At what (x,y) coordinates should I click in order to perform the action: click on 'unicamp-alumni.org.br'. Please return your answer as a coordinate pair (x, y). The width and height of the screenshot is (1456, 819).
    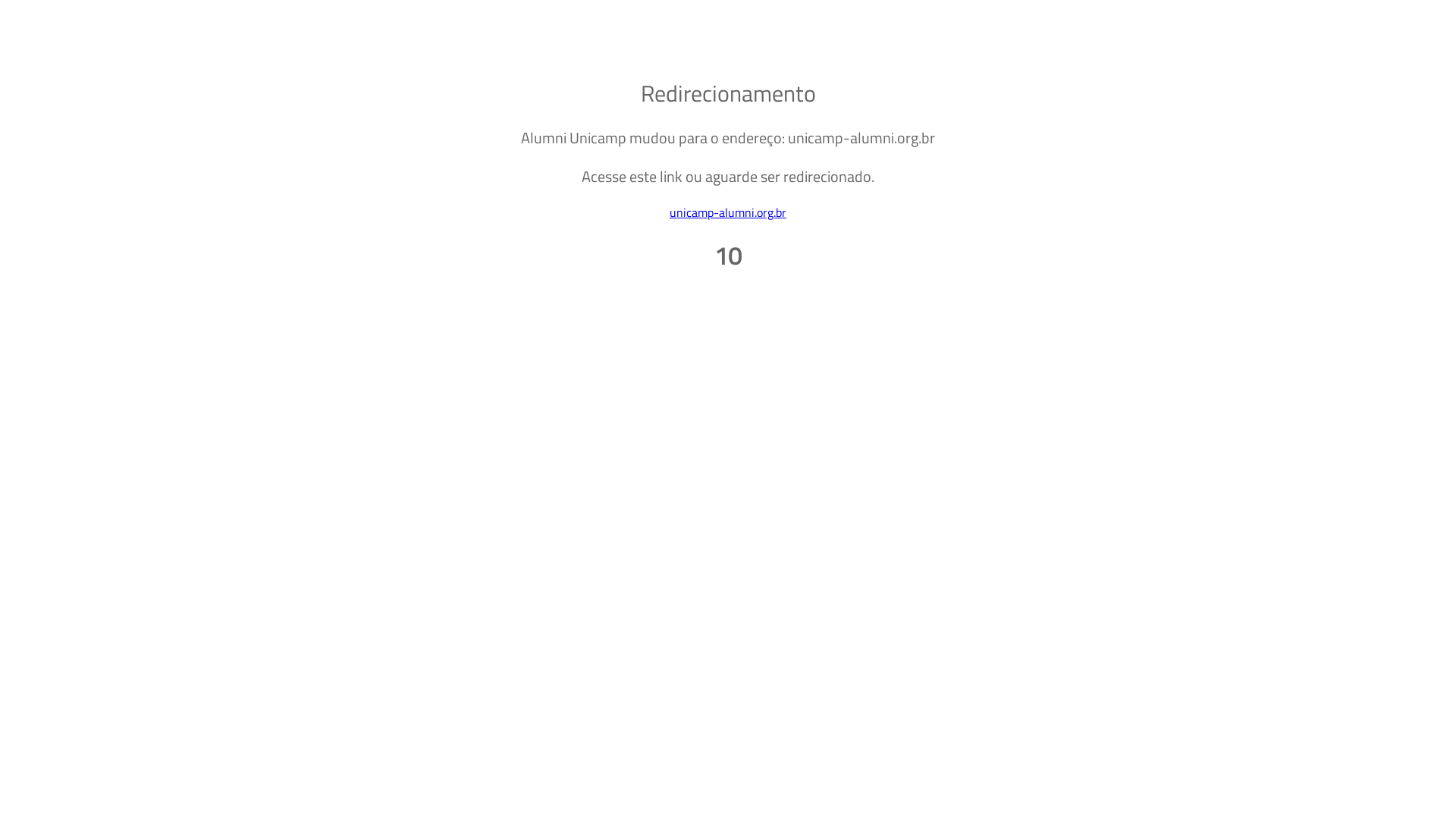
    Looking at the image, I should click on (728, 212).